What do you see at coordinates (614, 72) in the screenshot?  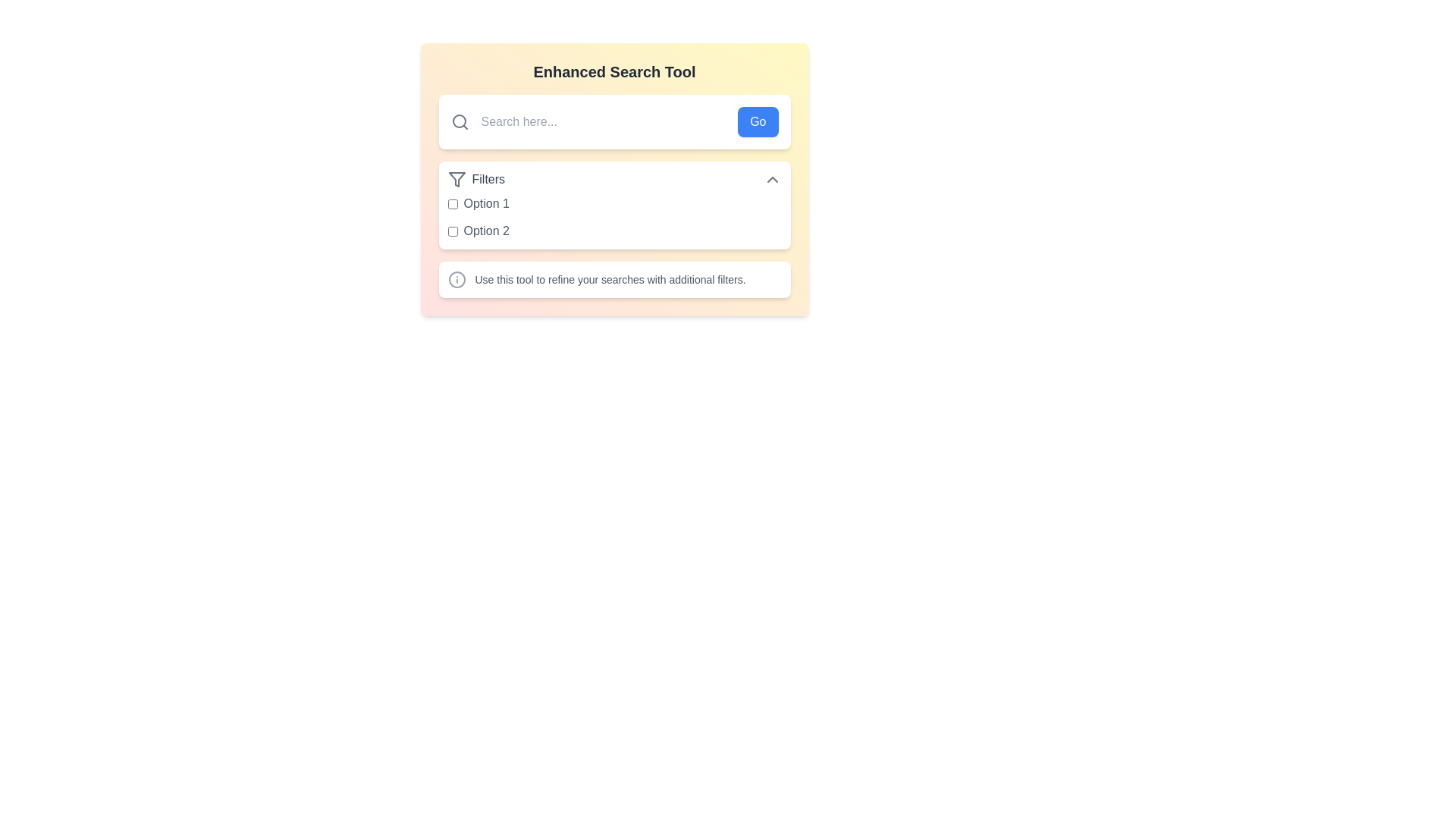 I see `the bold, centered heading text that reads 'Enhanced Search Tool' with dark gray text on a gradient background, located above the search input area` at bounding box center [614, 72].